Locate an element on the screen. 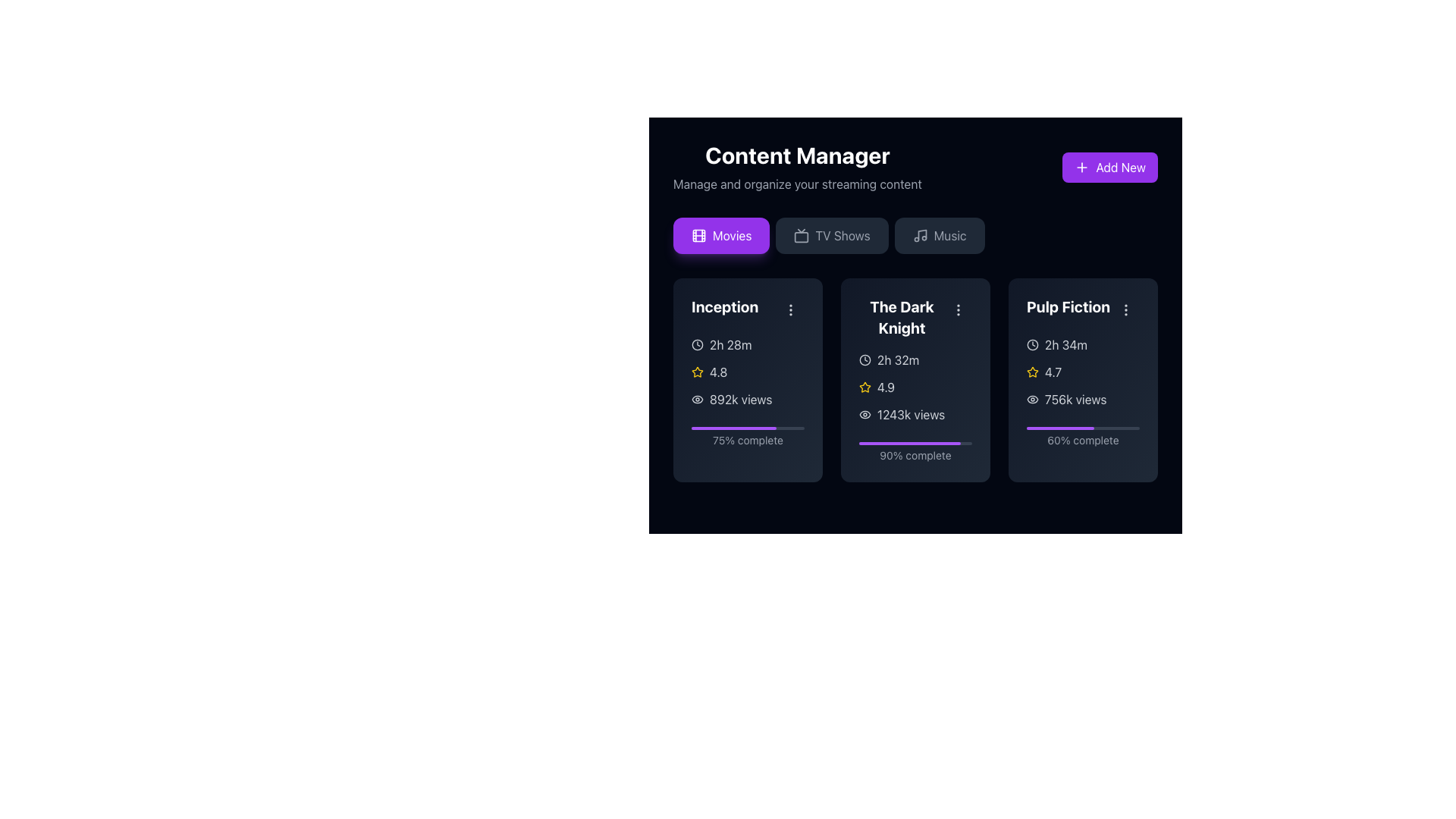 This screenshot has height=819, width=1456. the view counter displaying '892k views' with an eye icon, which is located beneath the rating '4.8' and above the progress bar '75% complete' in the card for 'Inception' is located at coordinates (748, 399).